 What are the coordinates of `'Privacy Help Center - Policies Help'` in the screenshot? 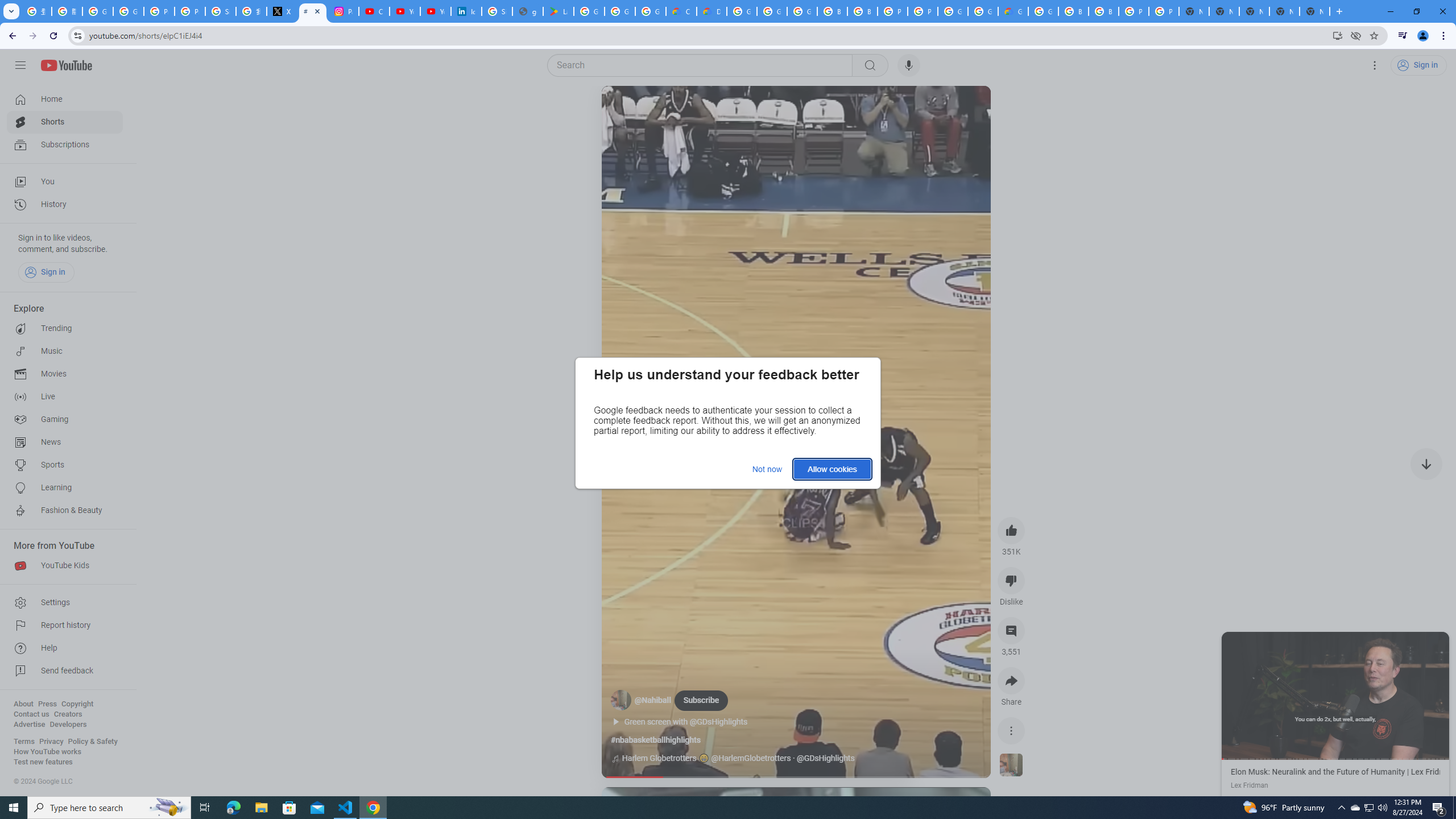 It's located at (158, 11).